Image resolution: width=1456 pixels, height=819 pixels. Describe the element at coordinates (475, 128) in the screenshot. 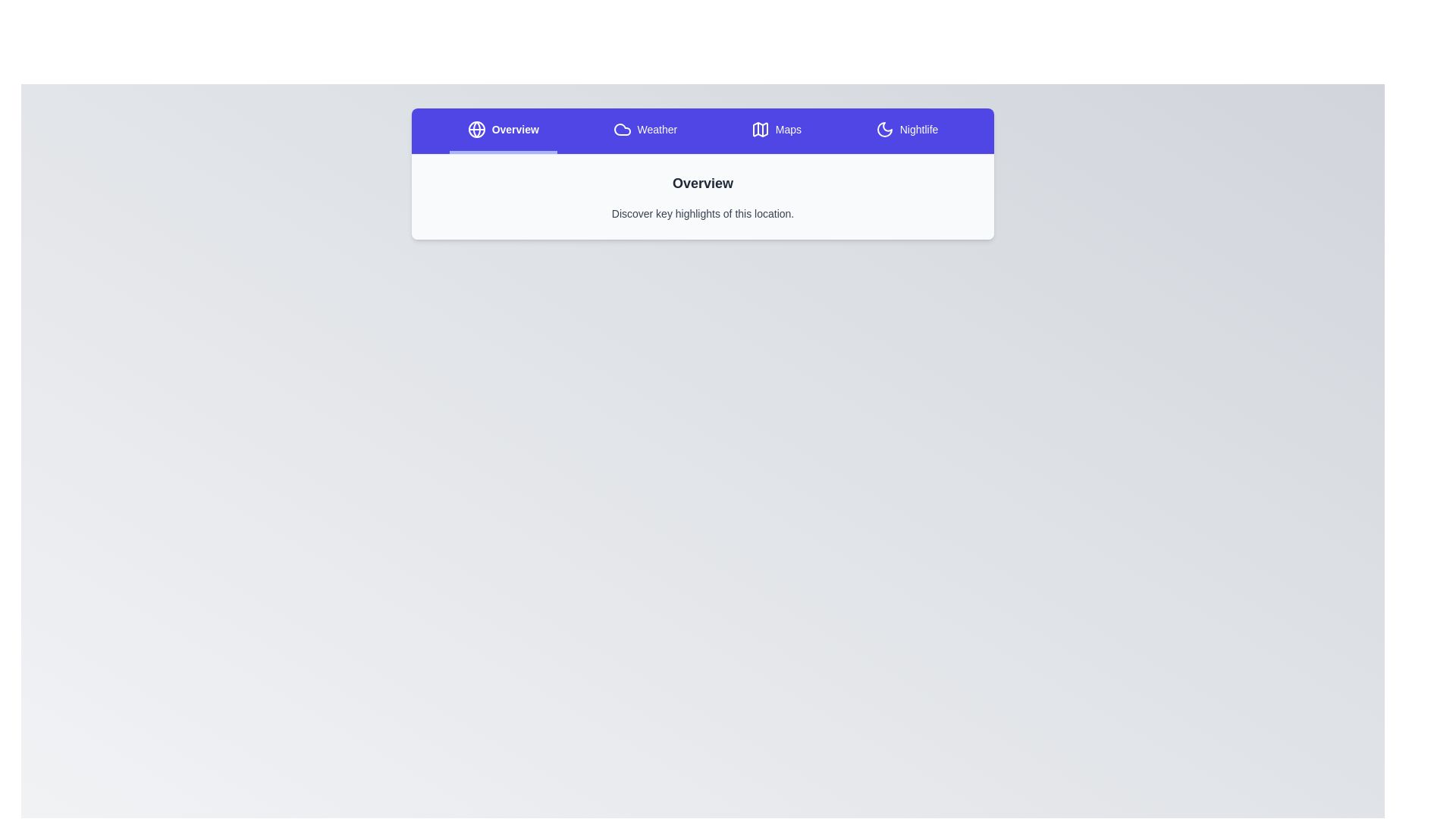

I see `the icon of the Overview tab` at that location.